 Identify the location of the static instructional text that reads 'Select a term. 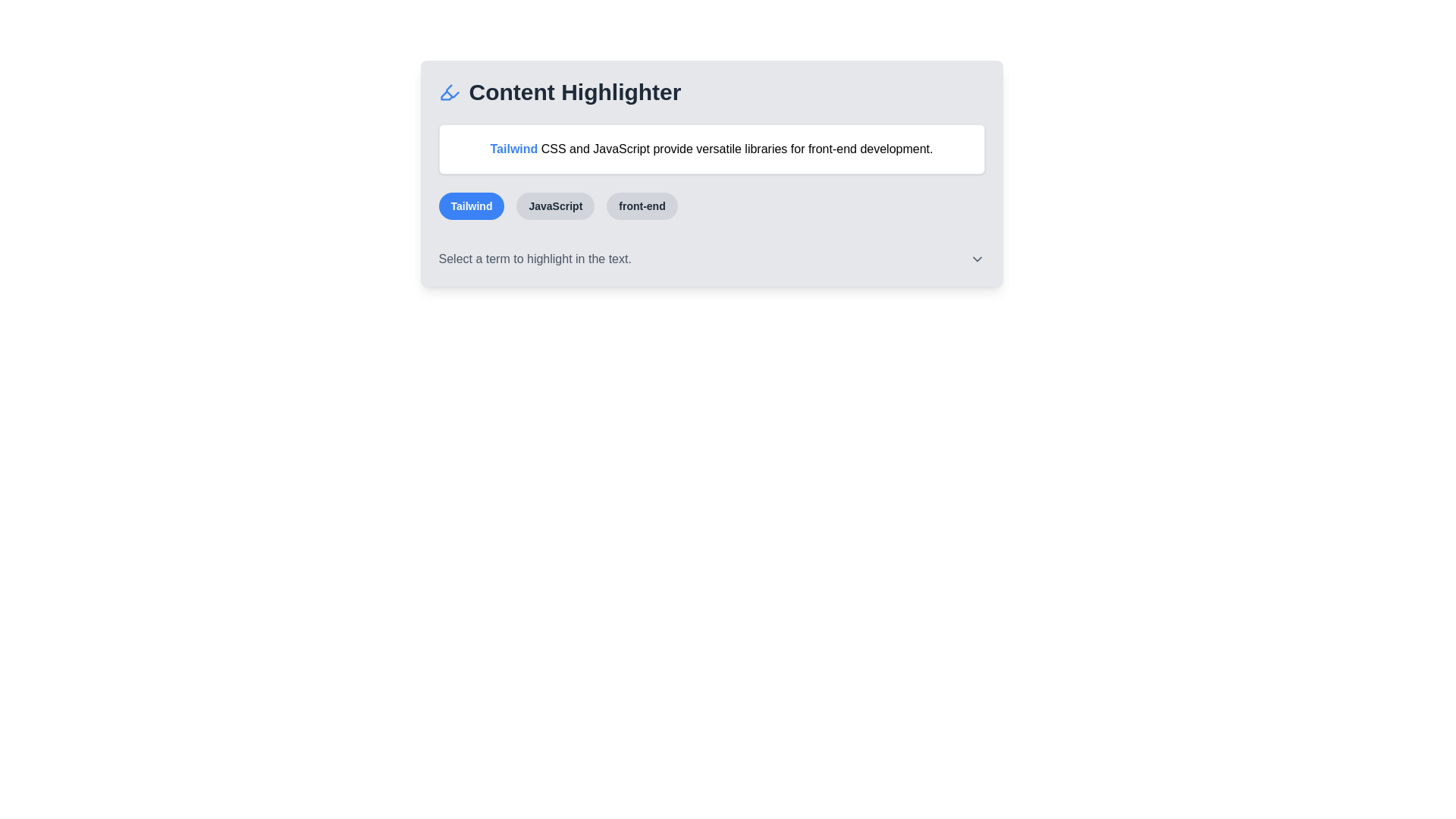
(535, 259).